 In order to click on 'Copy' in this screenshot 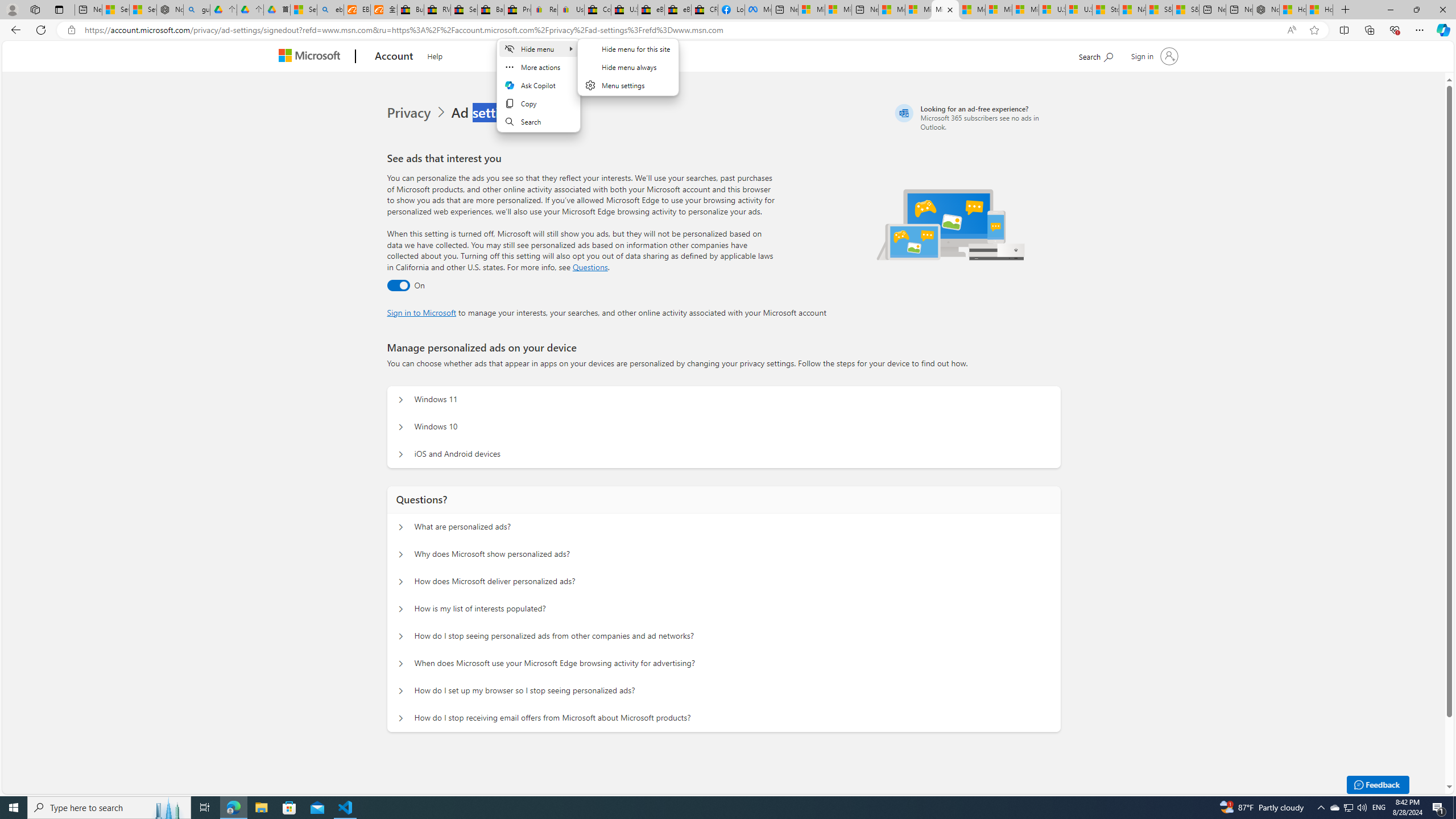, I will do `click(537, 103)`.